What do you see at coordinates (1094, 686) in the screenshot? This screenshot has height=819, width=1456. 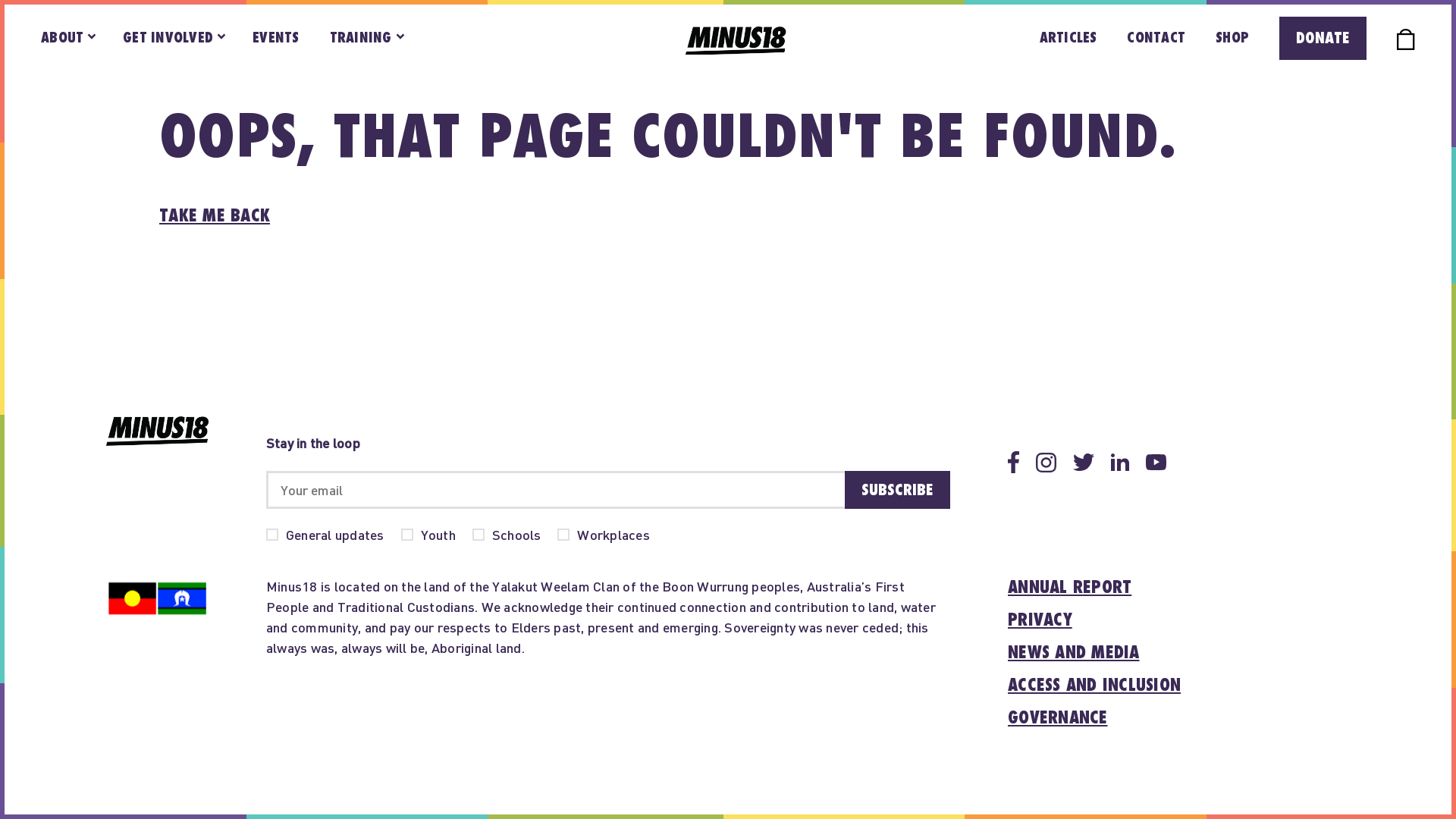 I see `'ACCESS AND INCLUSION'` at bounding box center [1094, 686].